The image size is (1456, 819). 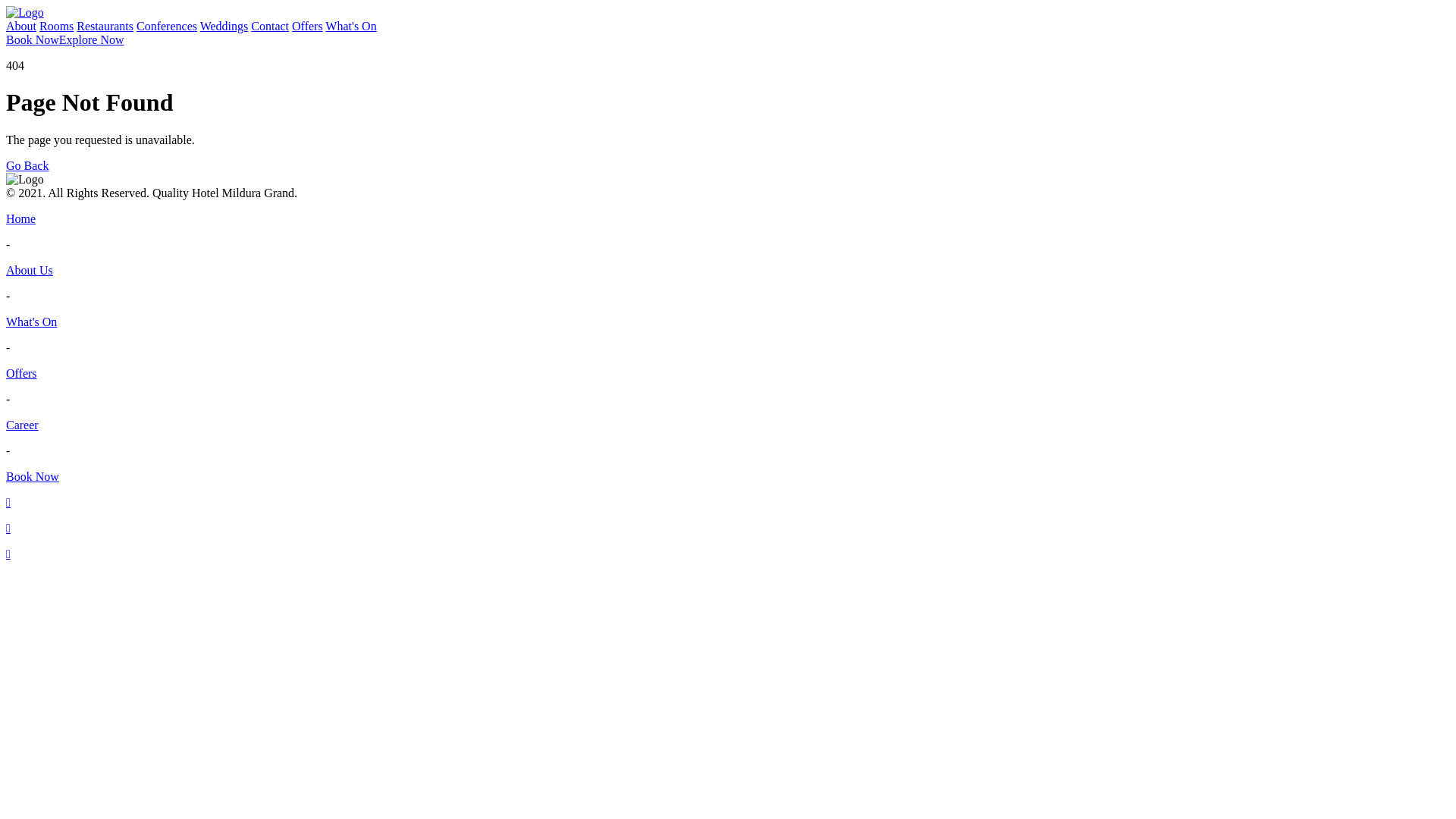 What do you see at coordinates (90, 39) in the screenshot?
I see `'Explore Now'` at bounding box center [90, 39].